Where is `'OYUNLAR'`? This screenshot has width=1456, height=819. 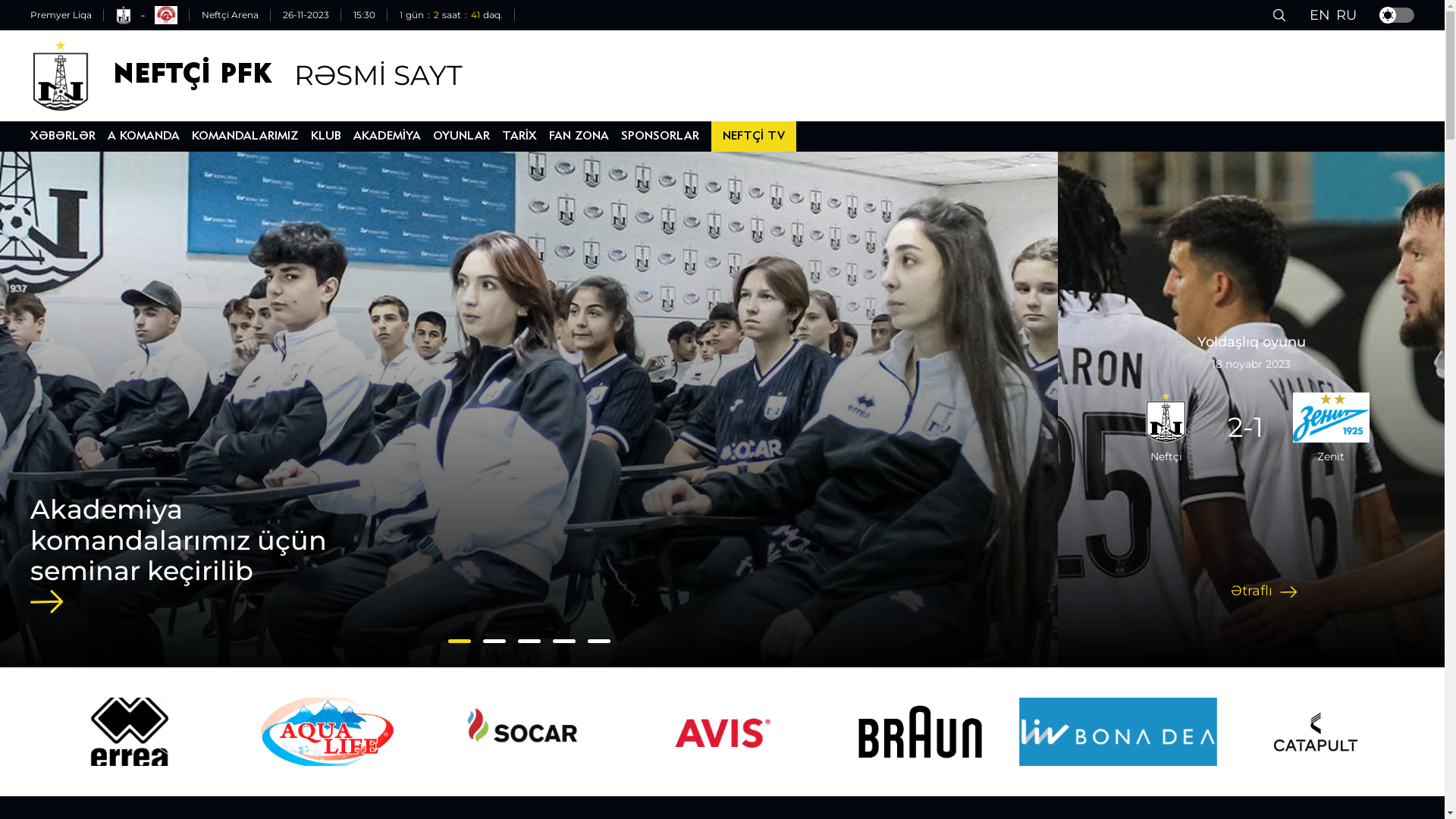 'OYUNLAR' is located at coordinates (460, 136).